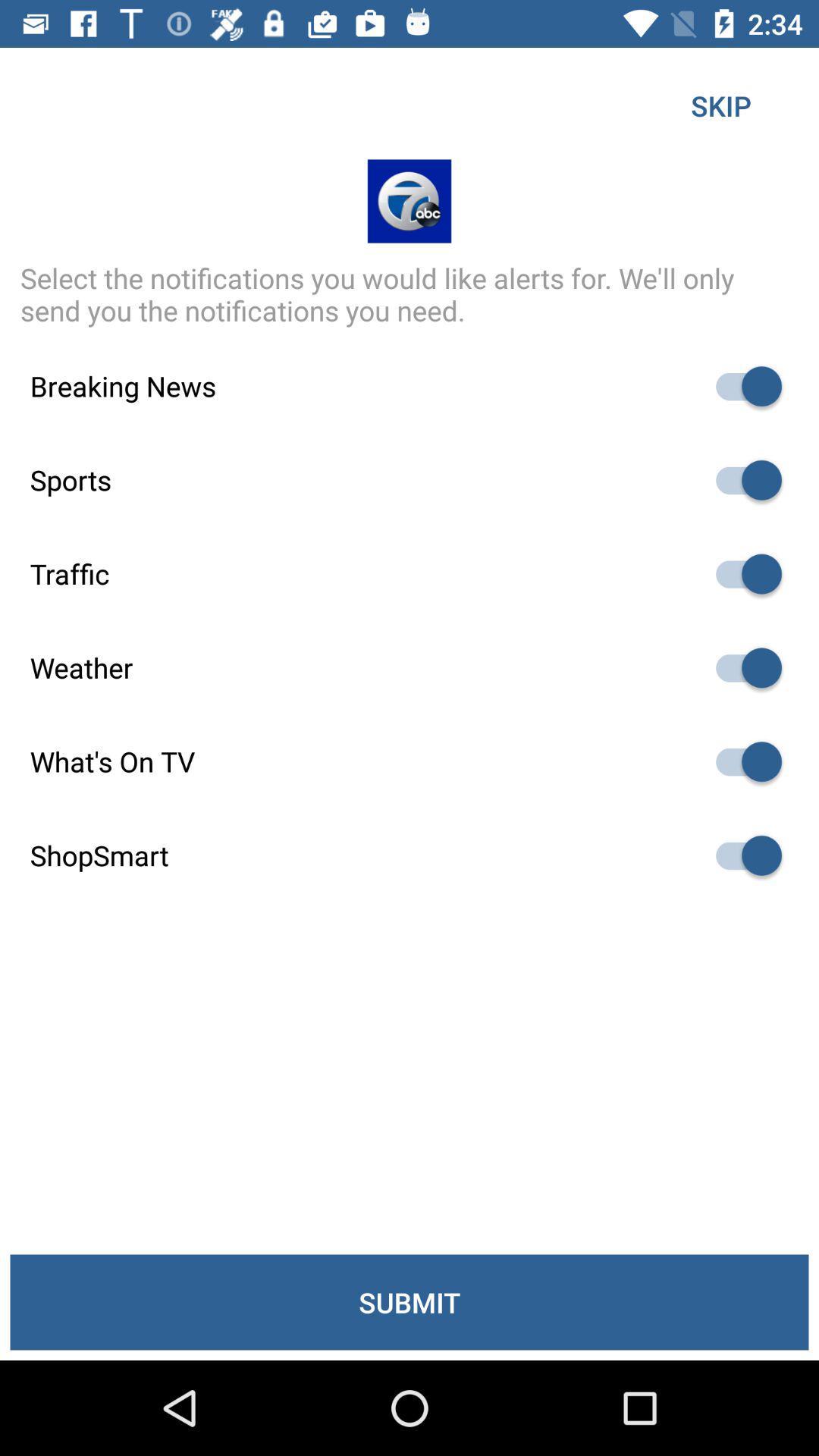 This screenshot has height=1456, width=819. I want to click on favorite, so click(741, 479).